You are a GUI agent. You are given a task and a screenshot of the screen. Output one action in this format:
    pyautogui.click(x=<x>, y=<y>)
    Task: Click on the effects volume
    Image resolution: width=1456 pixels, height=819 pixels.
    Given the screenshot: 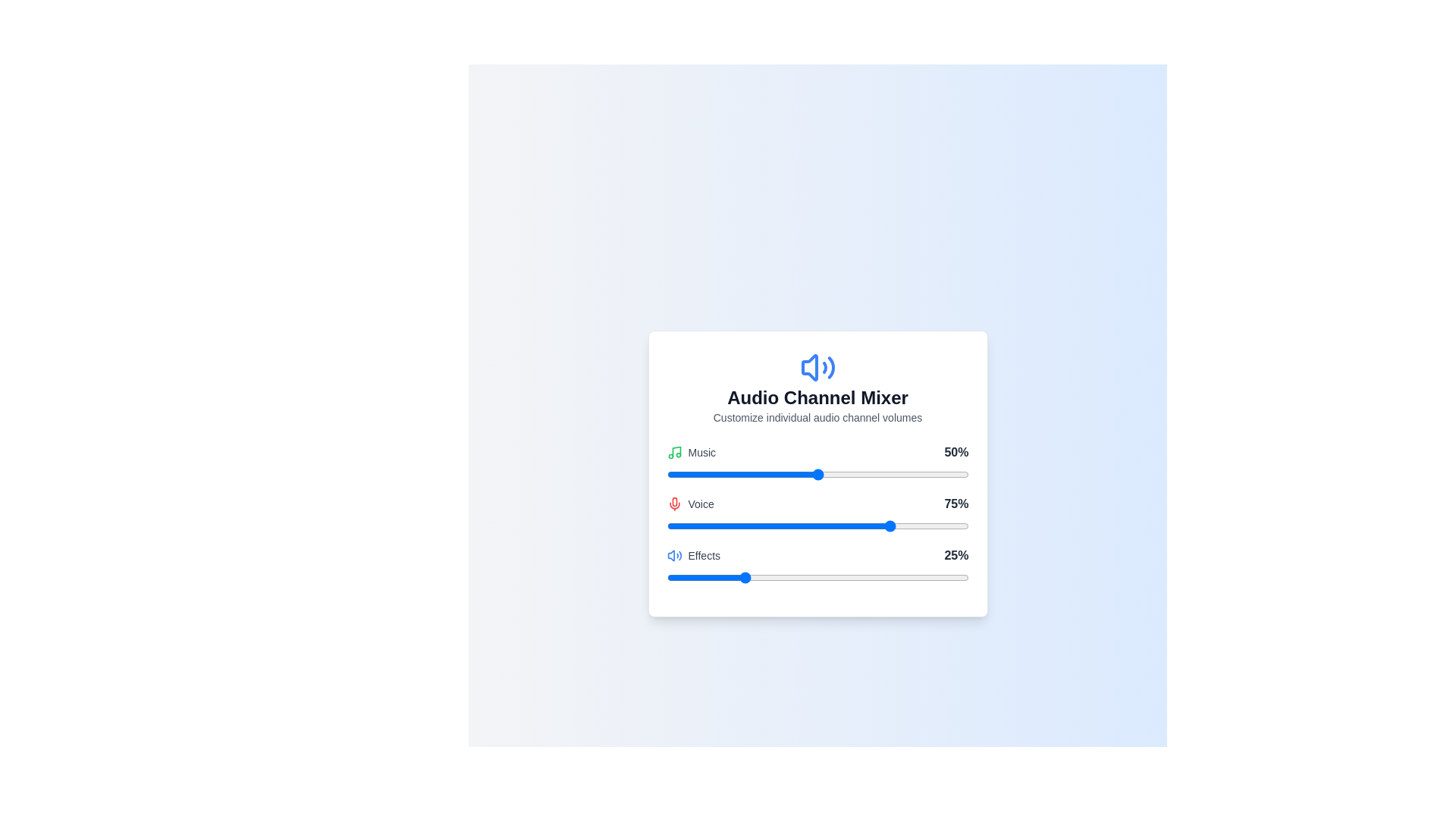 What is the action you would take?
    pyautogui.click(x=772, y=578)
    